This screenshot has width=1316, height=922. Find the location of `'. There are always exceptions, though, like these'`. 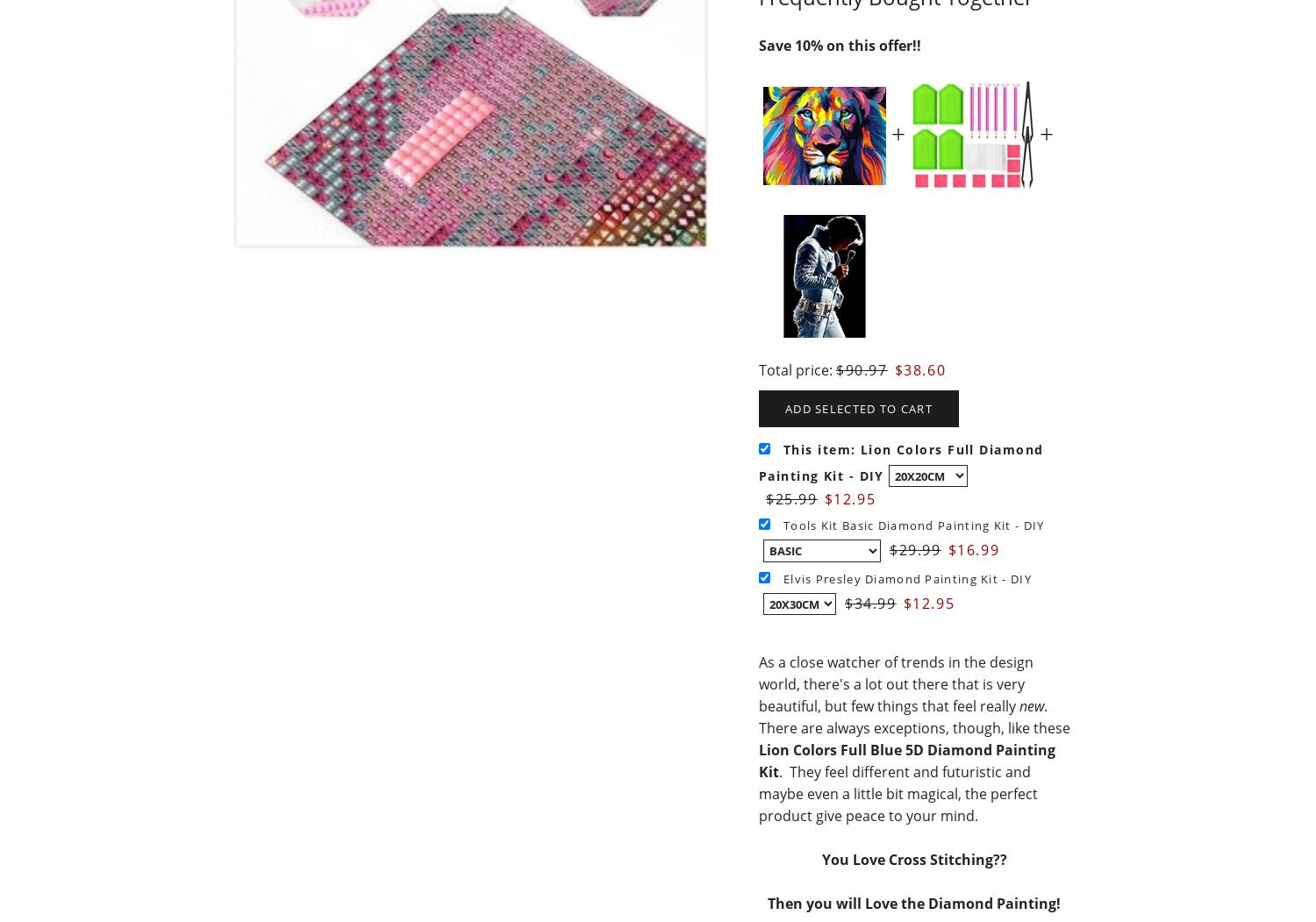

'. There are always exceptions, though, like these' is located at coordinates (913, 717).